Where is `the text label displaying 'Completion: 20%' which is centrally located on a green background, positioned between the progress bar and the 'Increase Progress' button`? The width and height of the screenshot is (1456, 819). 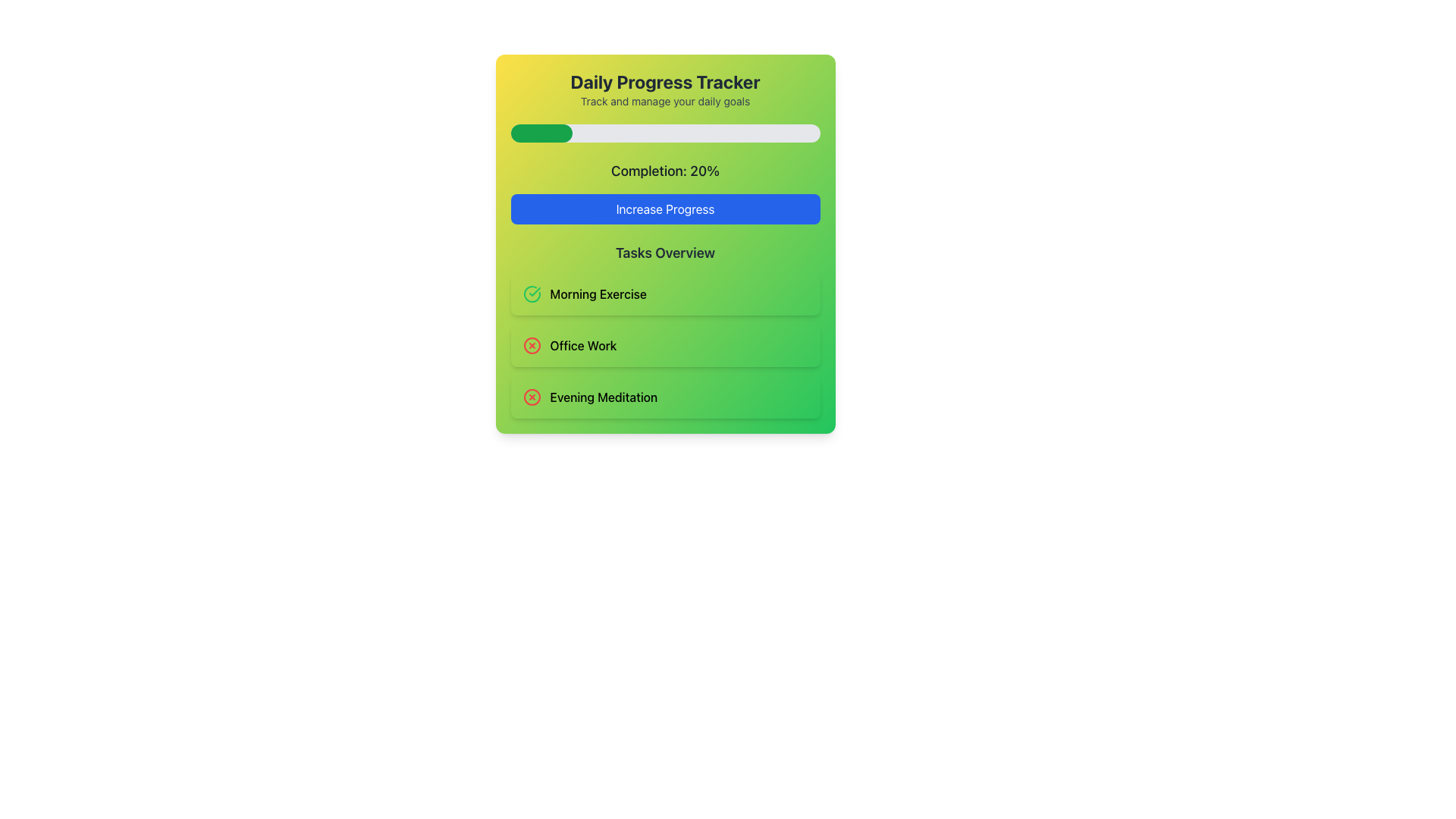
the text label displaying 'Completion: 20%' which is centrally located on a green background, positioned between the progress bar and the 'Increase Progress' button is located at coordinates (665, 171).